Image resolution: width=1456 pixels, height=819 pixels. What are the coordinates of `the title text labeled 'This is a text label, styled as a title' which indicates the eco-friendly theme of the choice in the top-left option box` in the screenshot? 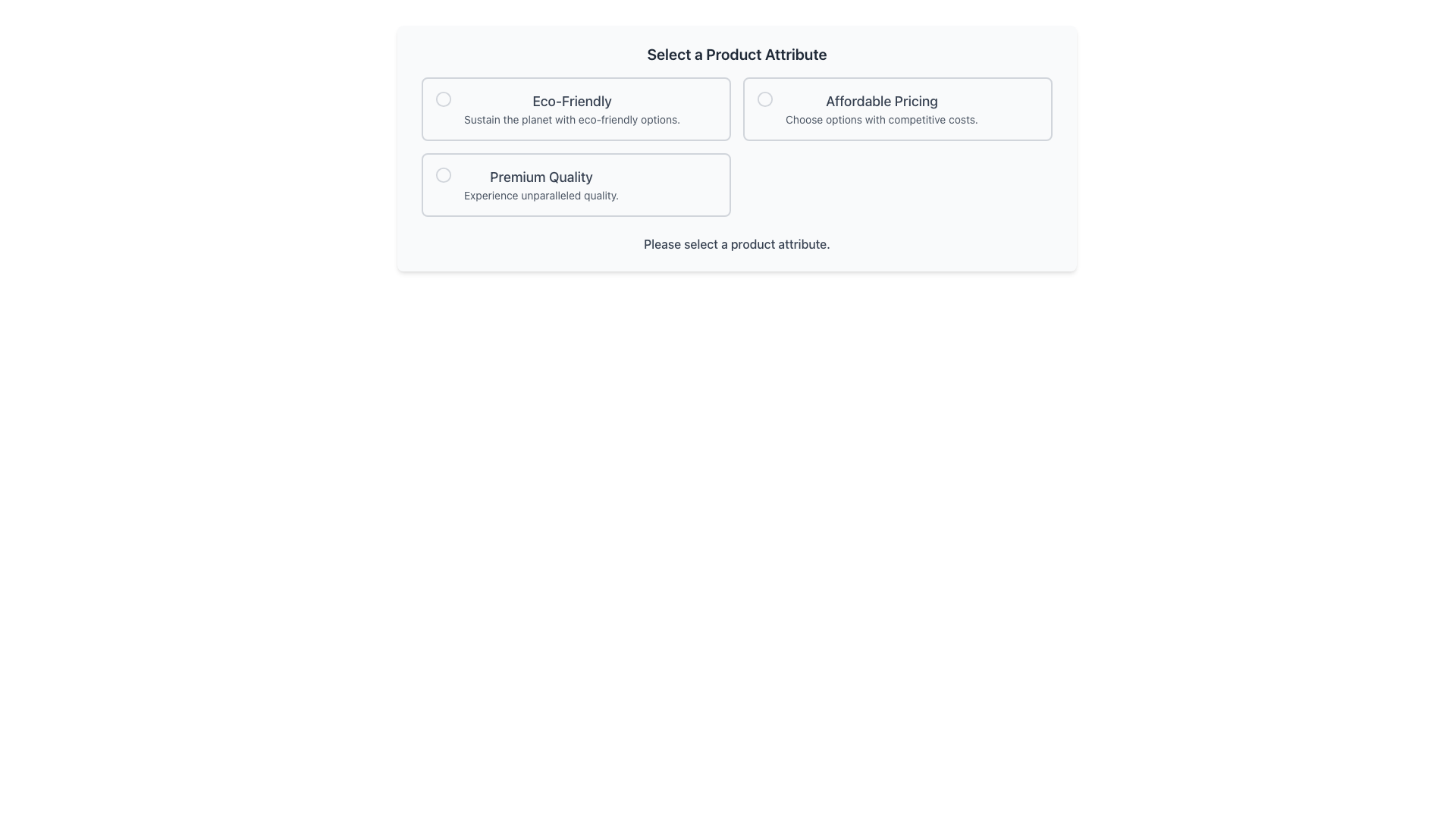 It's located at (571, 102).